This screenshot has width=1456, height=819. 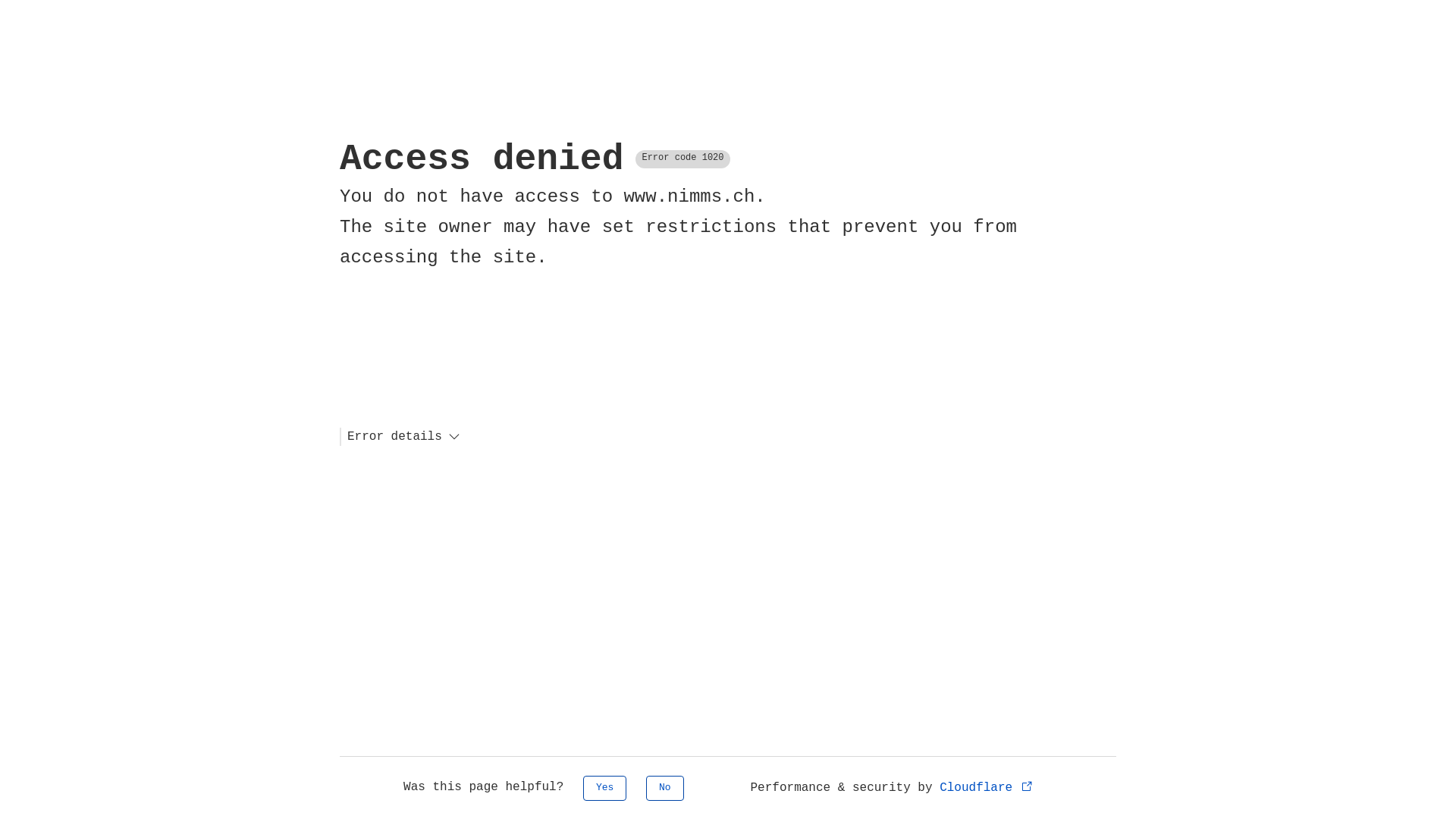 I want to click on 'Opens in new tab', so click(x=1027, y=785).